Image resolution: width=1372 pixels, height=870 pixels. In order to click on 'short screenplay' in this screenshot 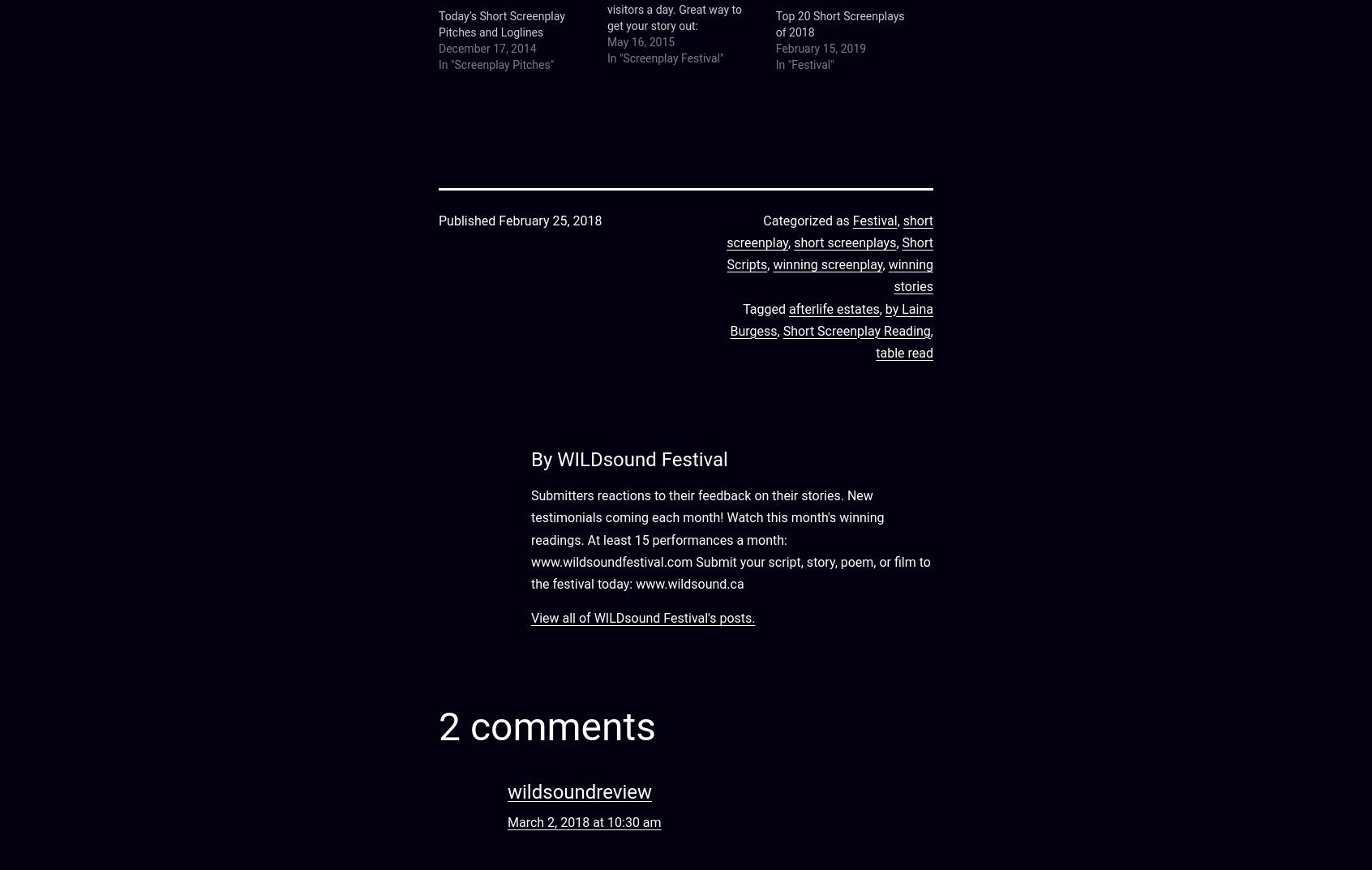, I will do `click(829, 229)`.